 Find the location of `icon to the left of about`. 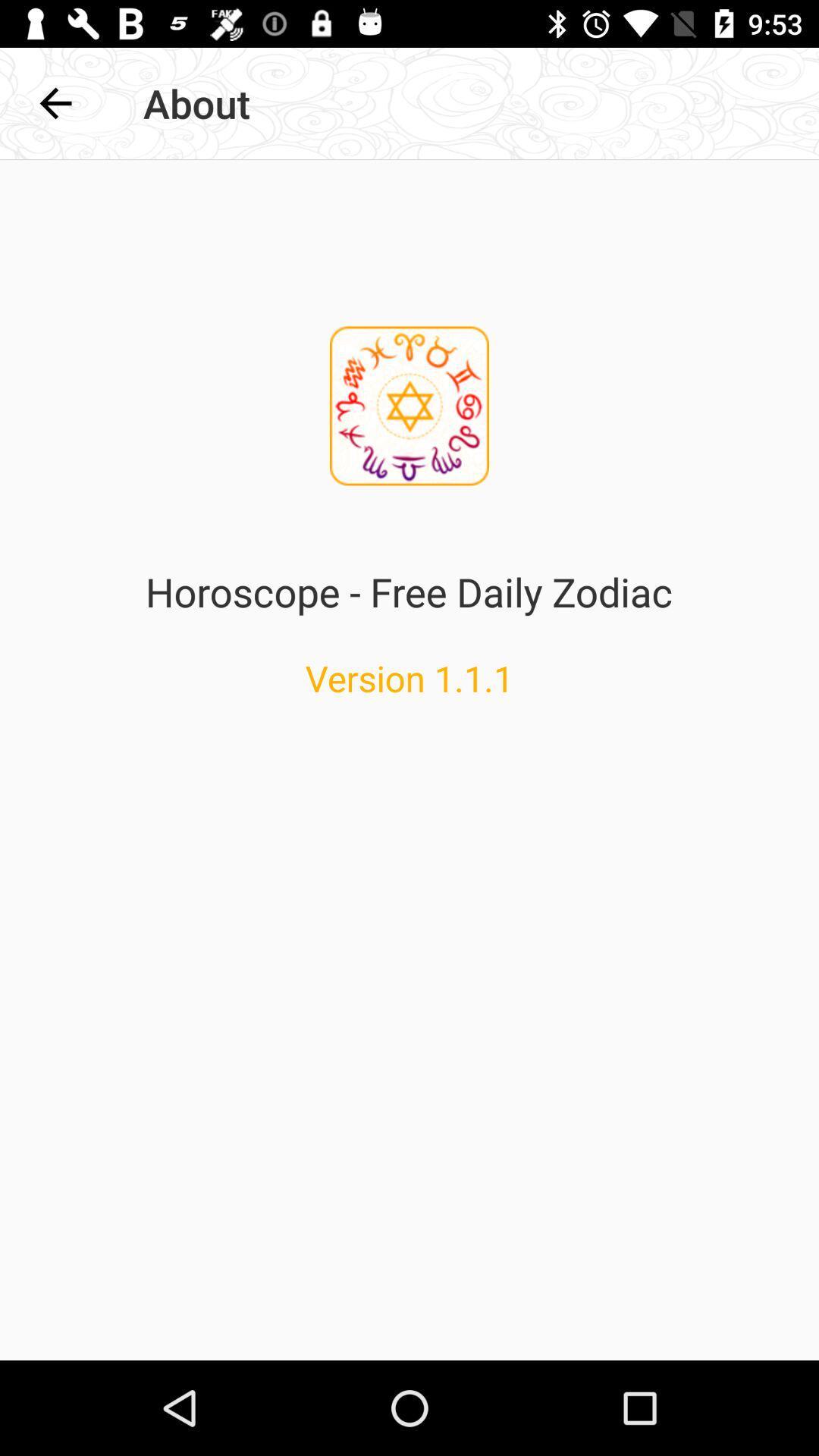

icon to the left of about is located at coordinates (55, 102).